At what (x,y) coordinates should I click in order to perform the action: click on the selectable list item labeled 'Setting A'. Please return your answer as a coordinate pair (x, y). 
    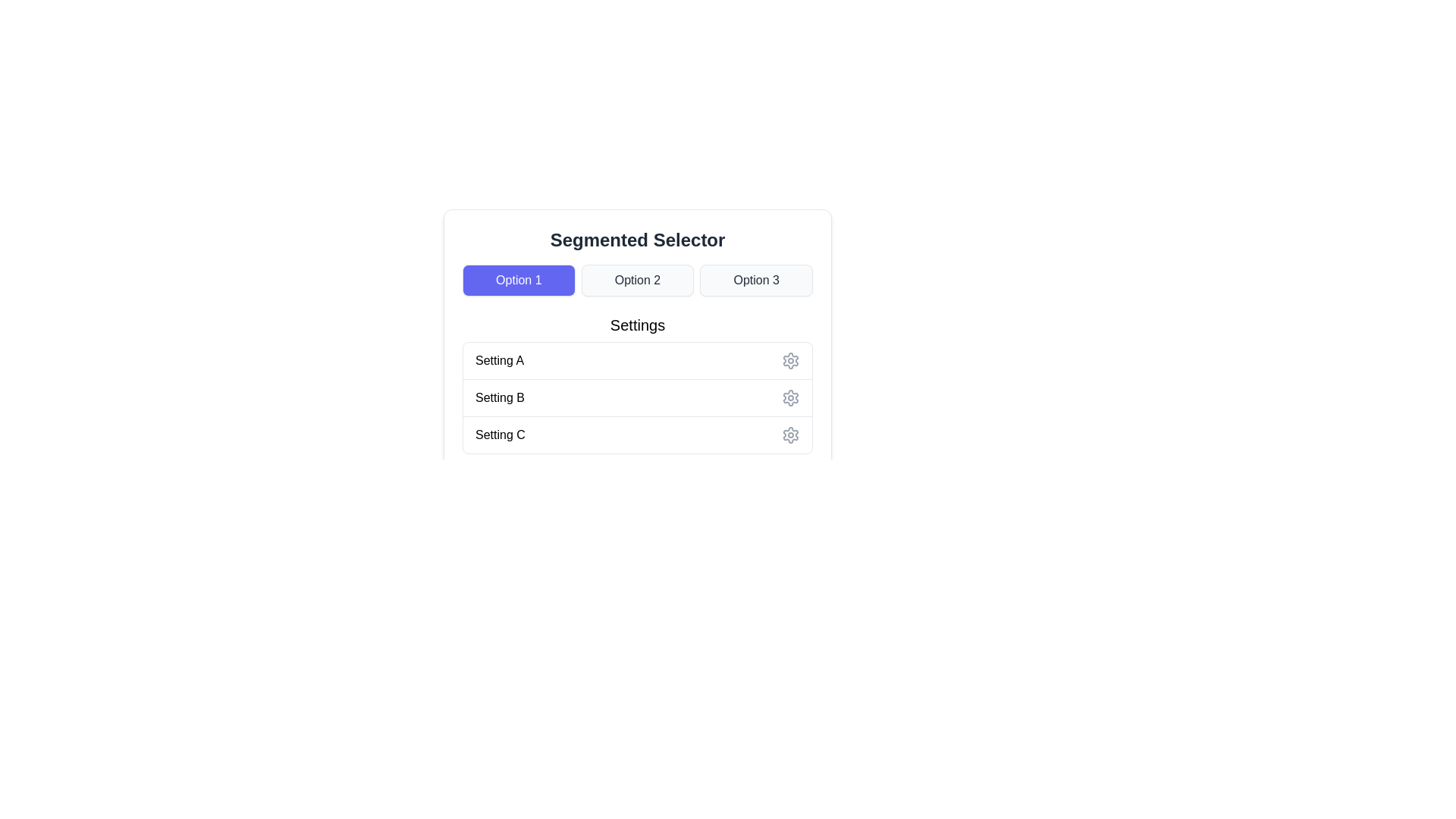
    Looking at the image, I should click on (637, 360).